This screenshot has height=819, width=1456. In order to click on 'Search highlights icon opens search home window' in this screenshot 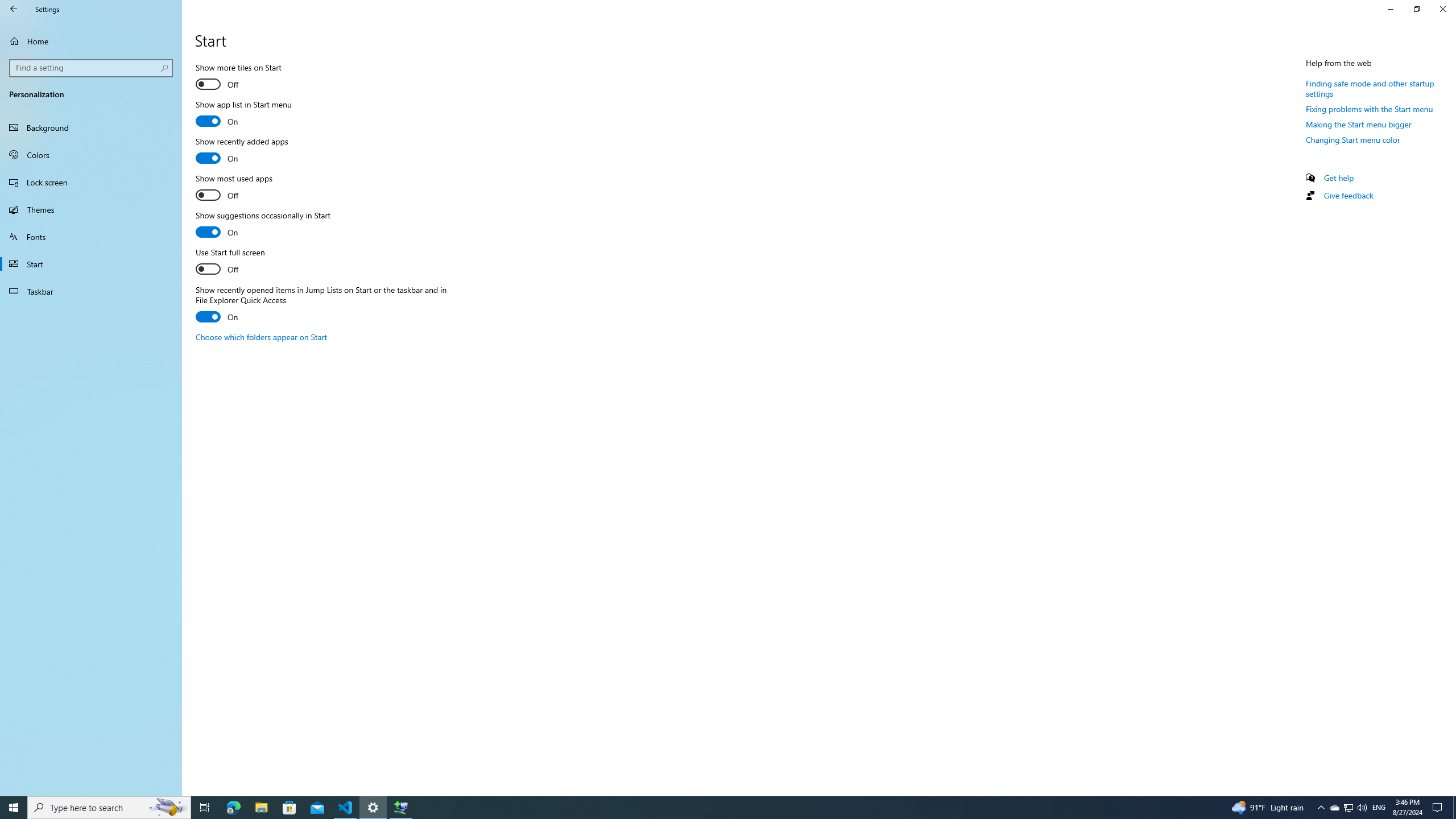, I will do `click(167, 806)`.